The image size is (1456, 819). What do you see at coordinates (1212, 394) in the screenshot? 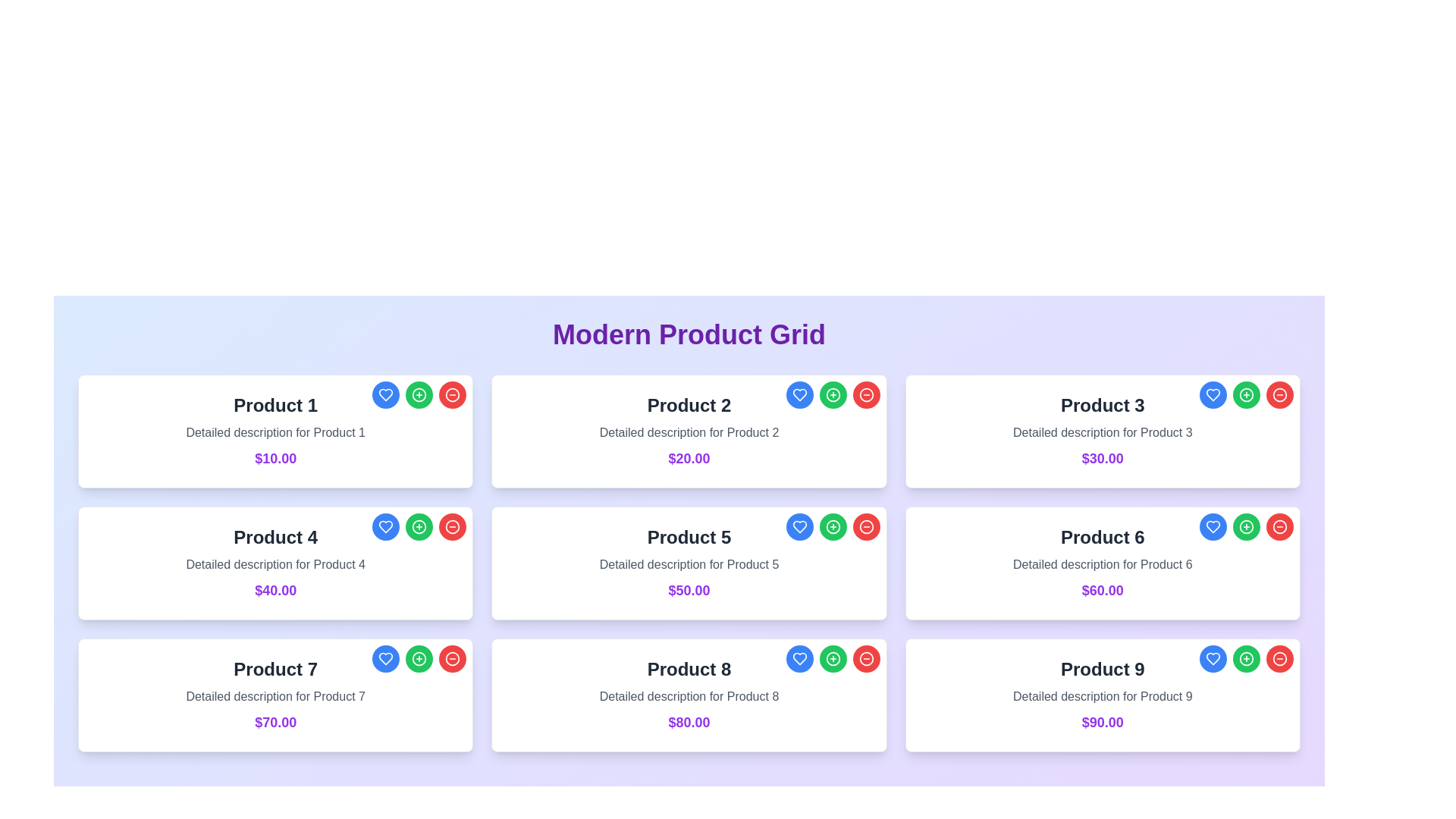
I see `the heart-shaped icon button outlined in blue, located at the leftmost position of three buttons in the top-right corner of the card for 'Product 3'` at bounding box center [1212, 394].